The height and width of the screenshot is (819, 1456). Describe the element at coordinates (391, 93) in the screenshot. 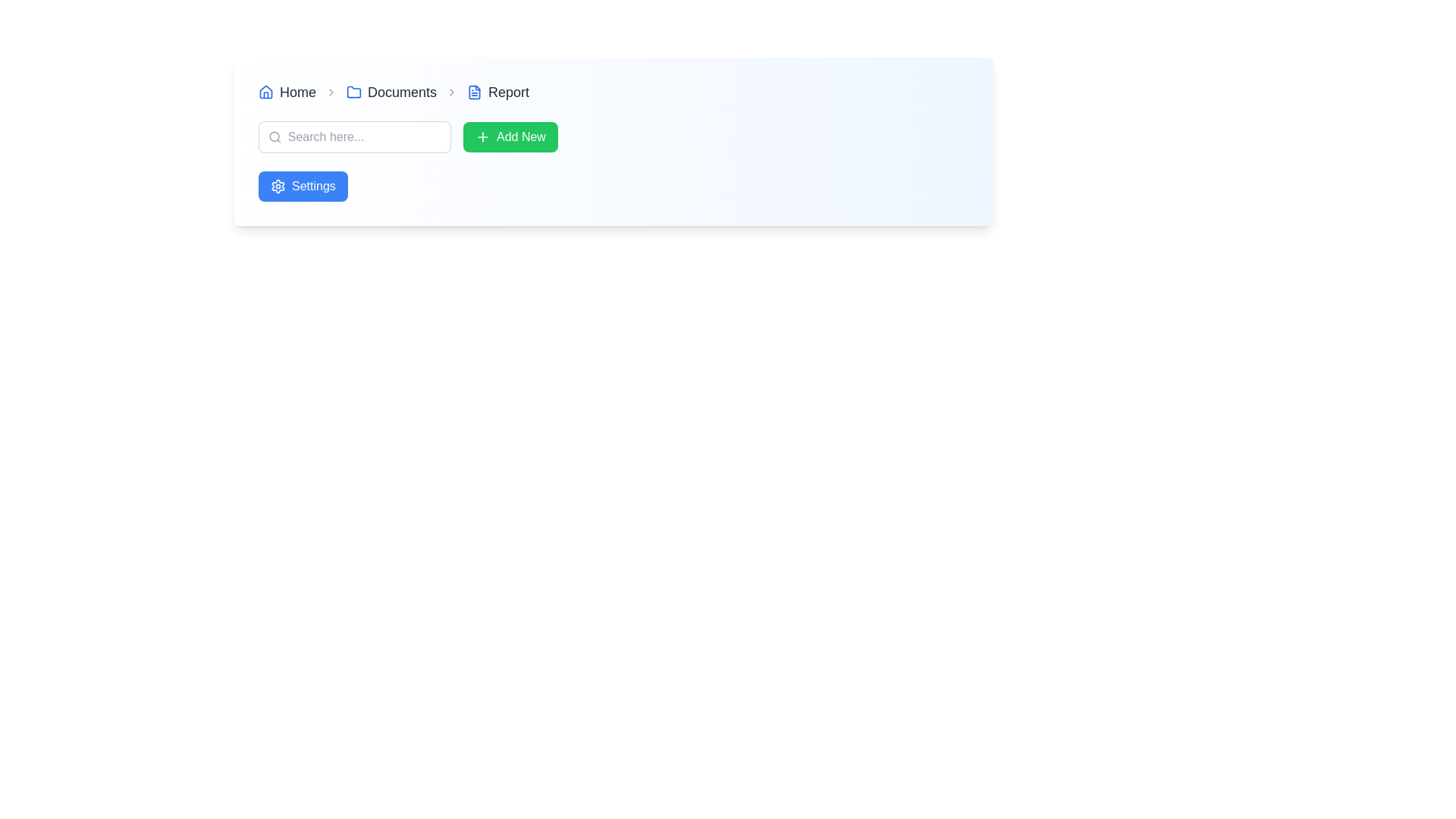

I see `the Breadcrumb item that contains a blue folder icon and the text 'Documents' in bold black font, located centrally in the breadcrumb navigation bar` at that location.